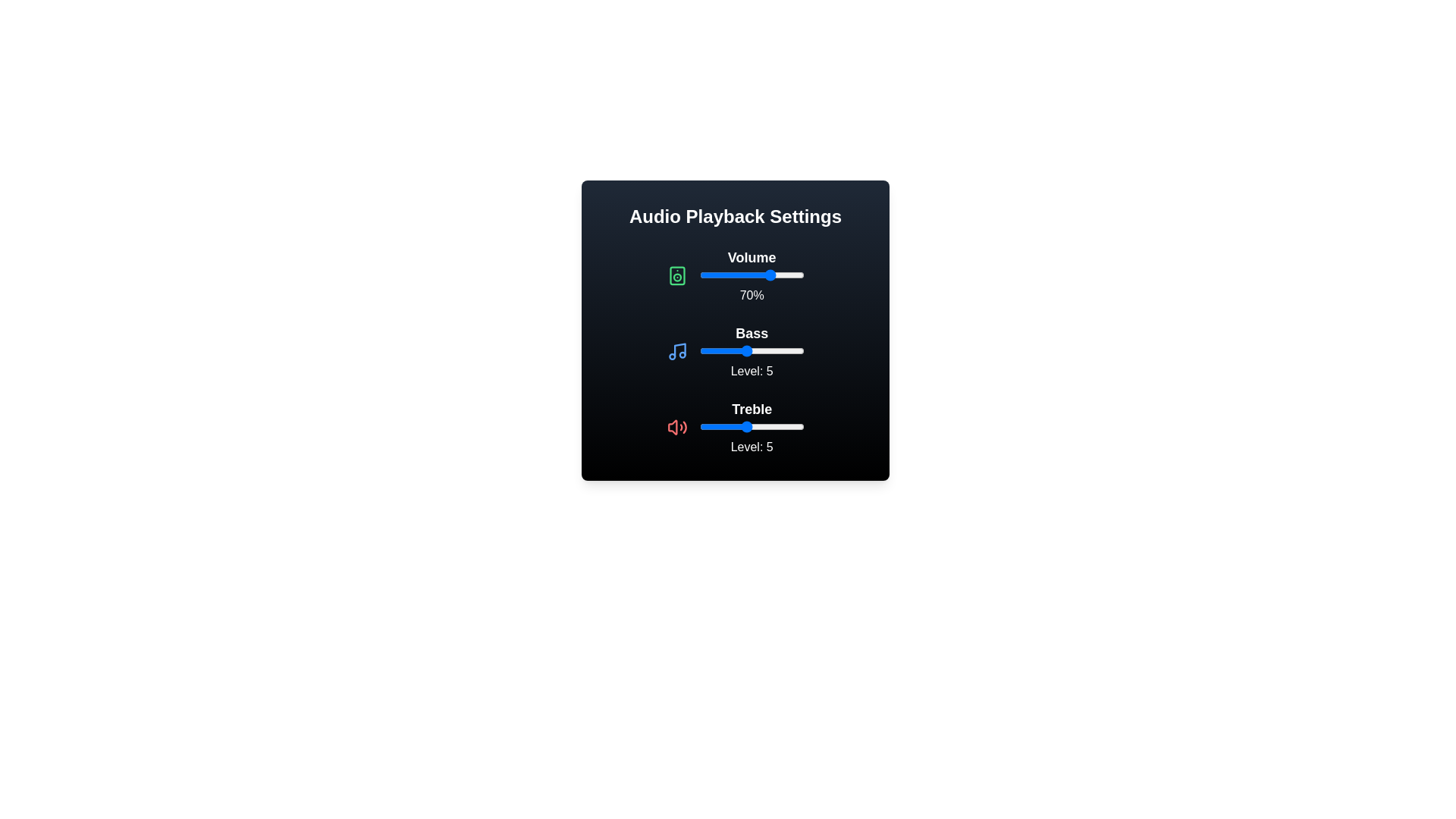 Image resolution: width=1456 pixels, height=819 pixels. What do you see at coordinates (722, 427) in the screenshot?
I see `treble level` at bounding box center [722, 427].